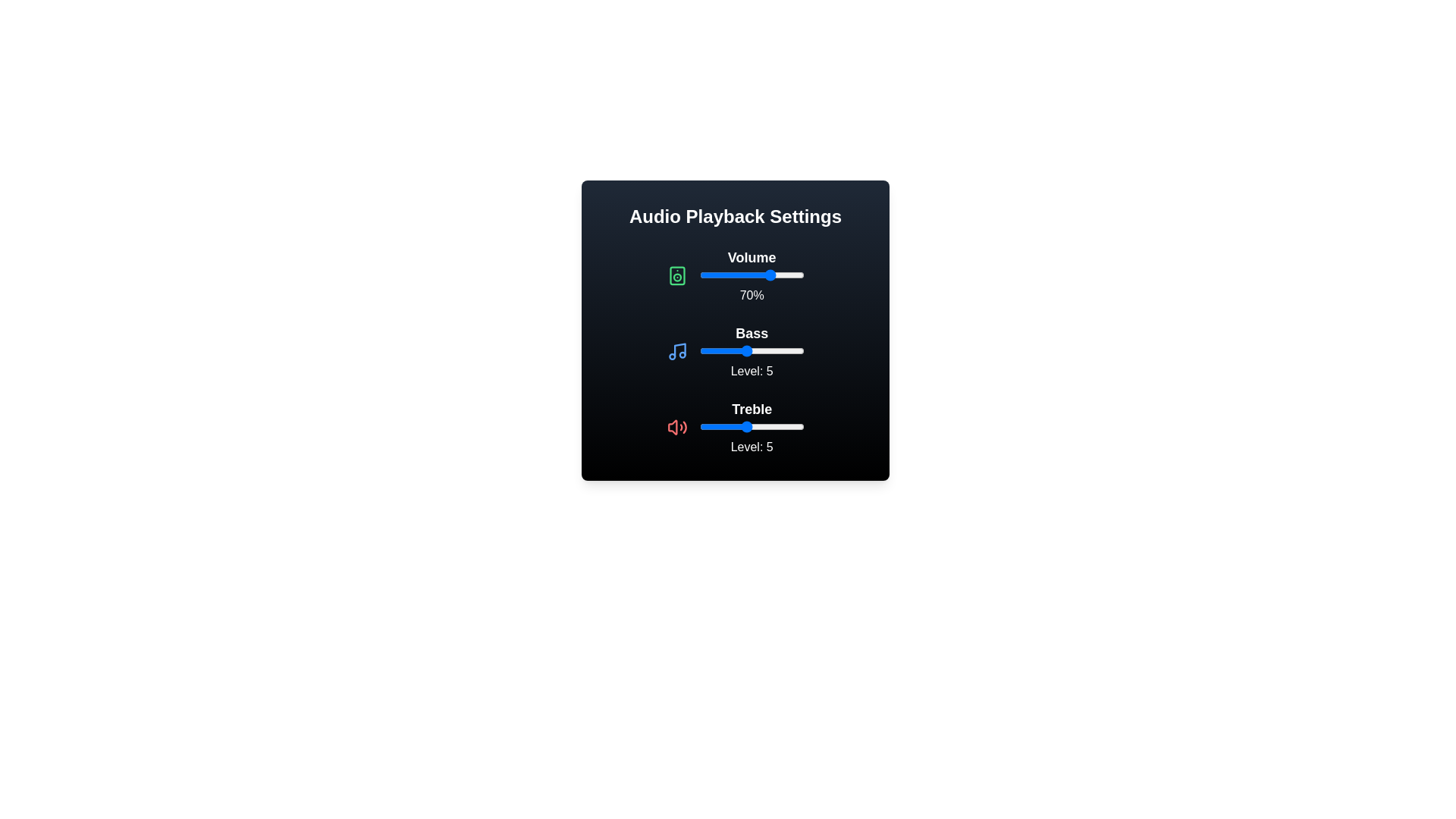 Image resolution: width=1456 pixels, height=819 pixels. What do you see at coordinates (722, 427) in the screenshot?
I see `treble level` at bounding box center [722, 427].